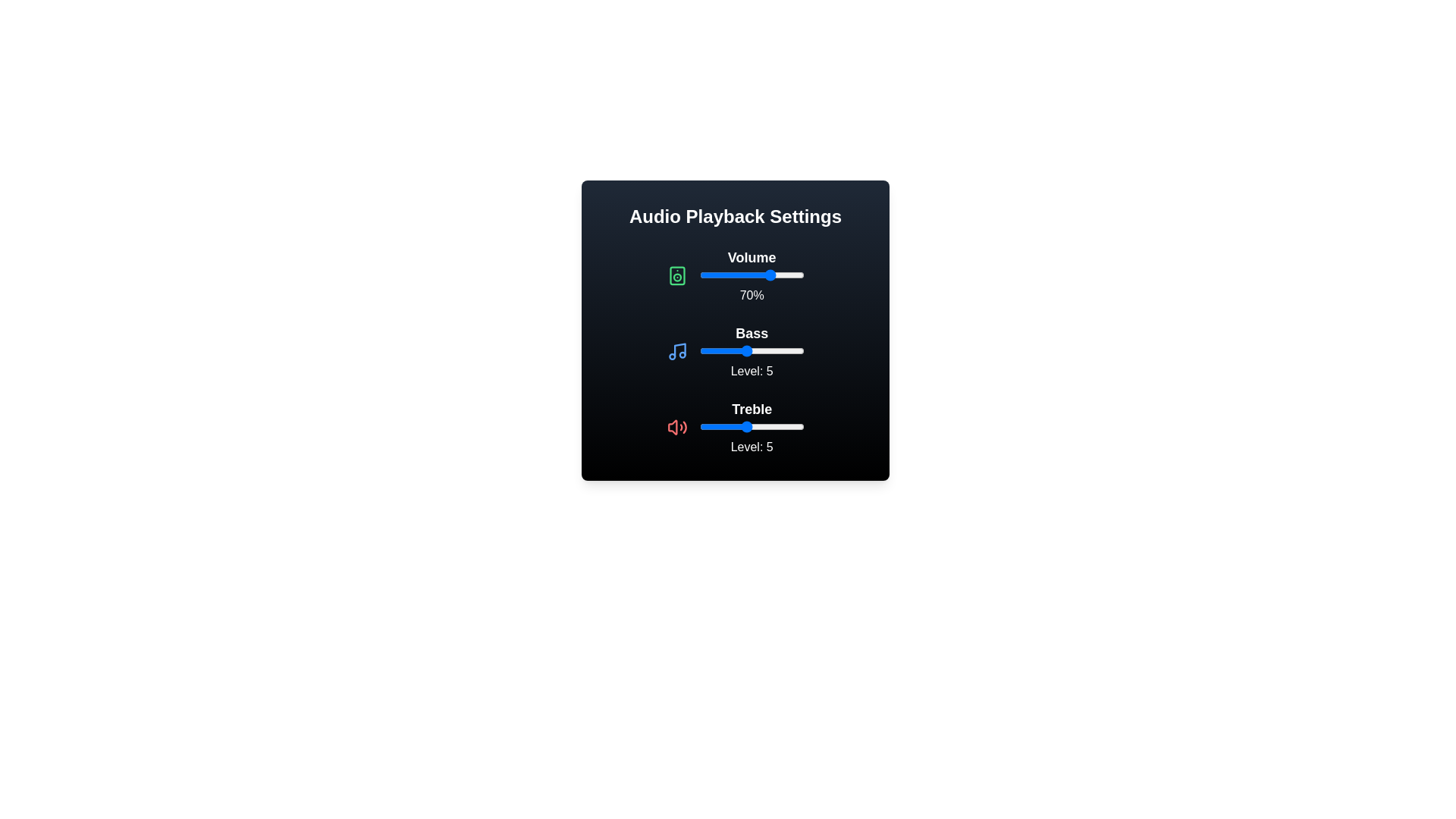 Image resolution: width=1456 pixels, height=819 pixels. What do you see at coordinates (722, 427) in the screenshot?
I see `treble level` at bounding box center [722, 427].